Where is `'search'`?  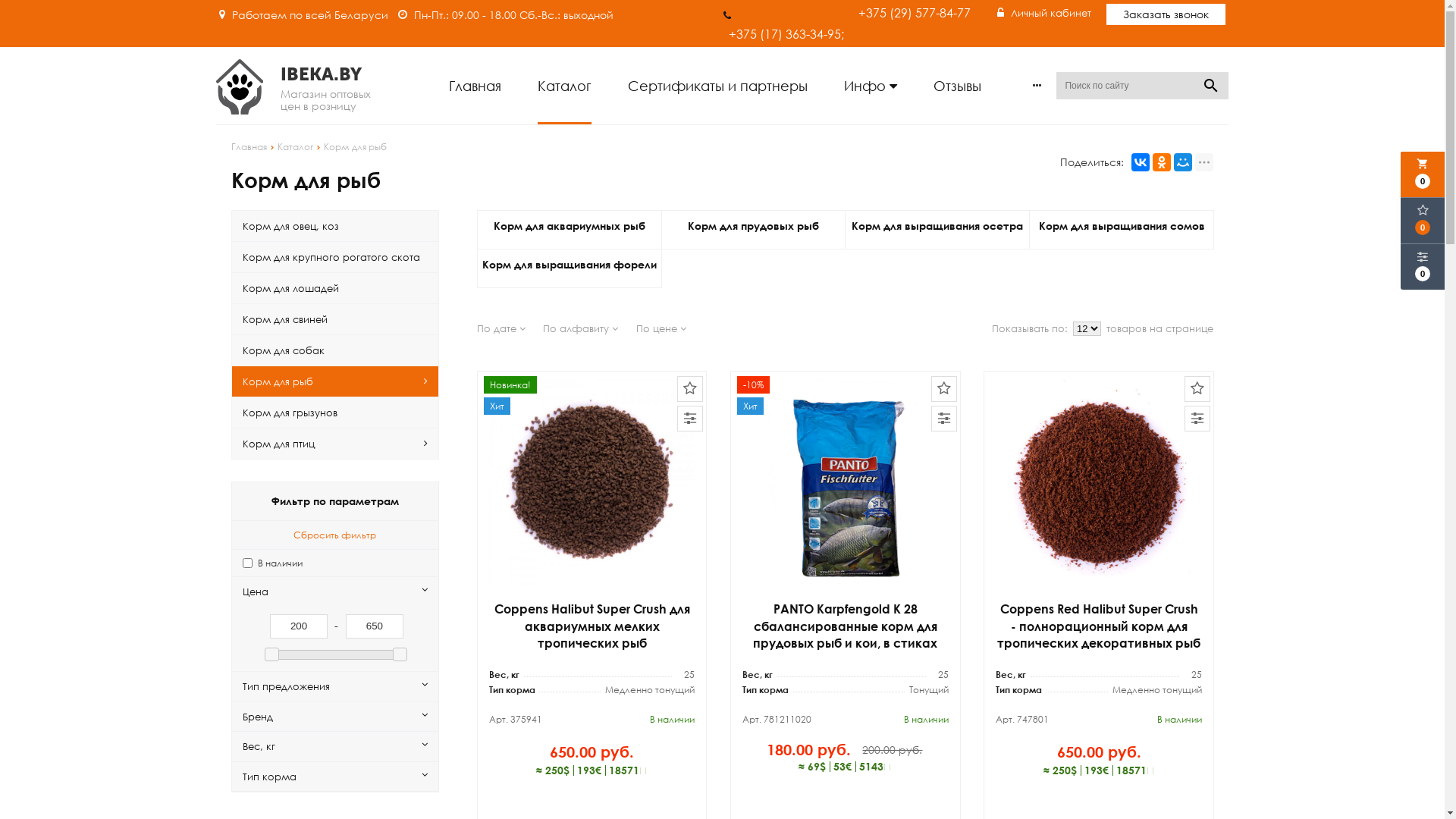
'search' is located at coordinates (1210, 85).